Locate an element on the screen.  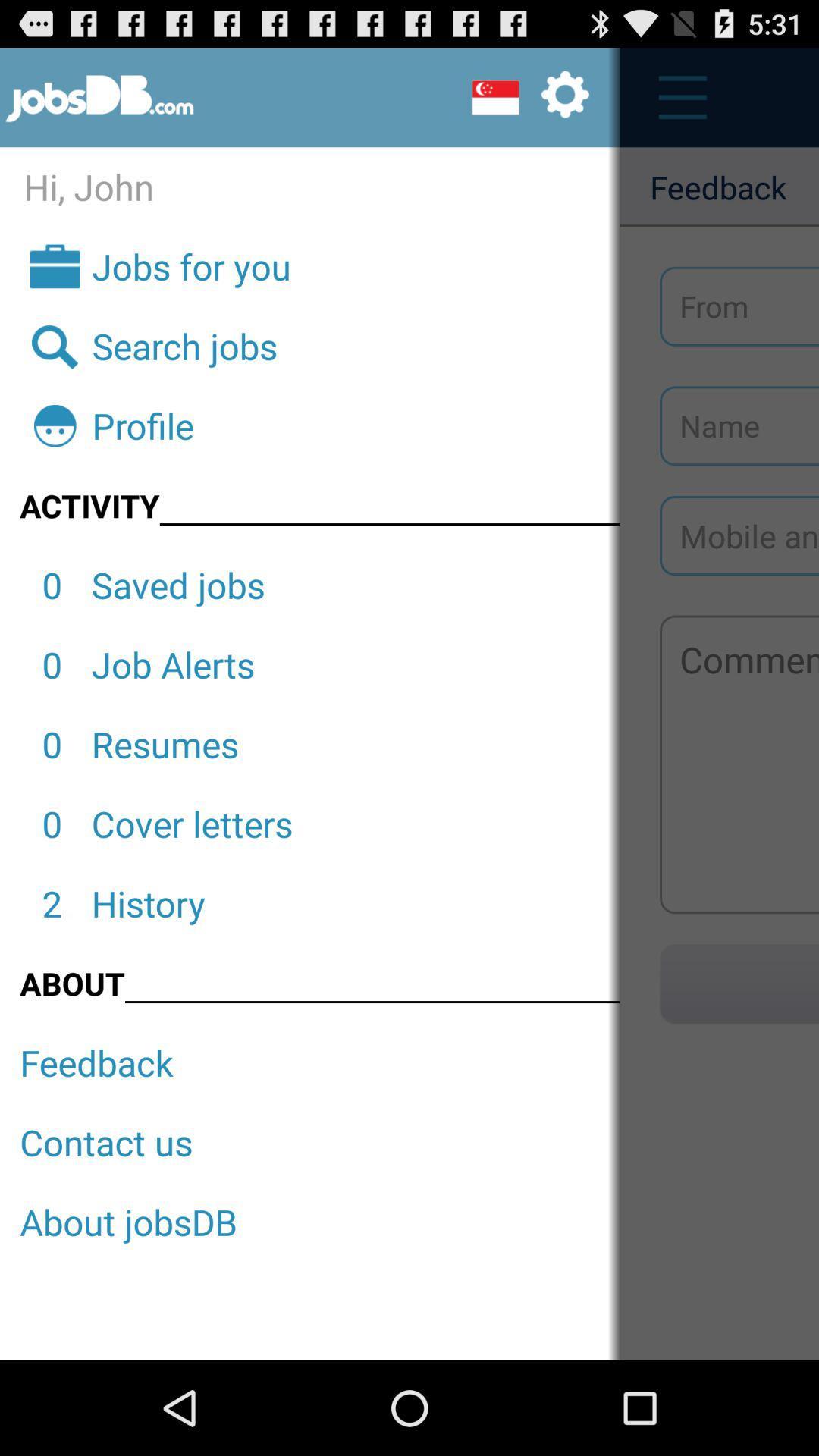
setting is located at coordinates (529, 96).